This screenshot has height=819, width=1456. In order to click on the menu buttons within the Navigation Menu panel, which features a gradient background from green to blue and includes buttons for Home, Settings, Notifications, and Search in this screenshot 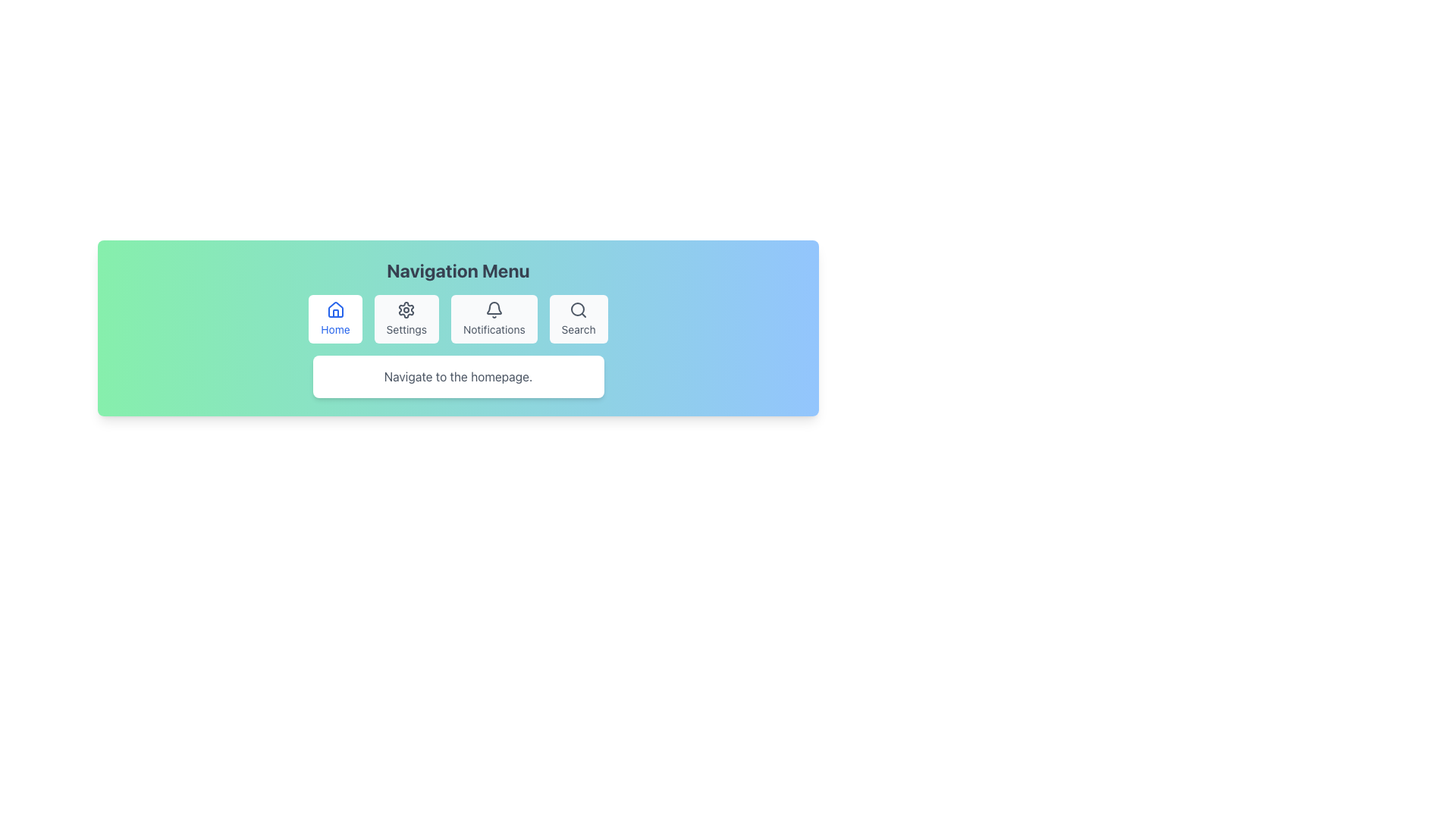, I will do `click(457, 327)`.